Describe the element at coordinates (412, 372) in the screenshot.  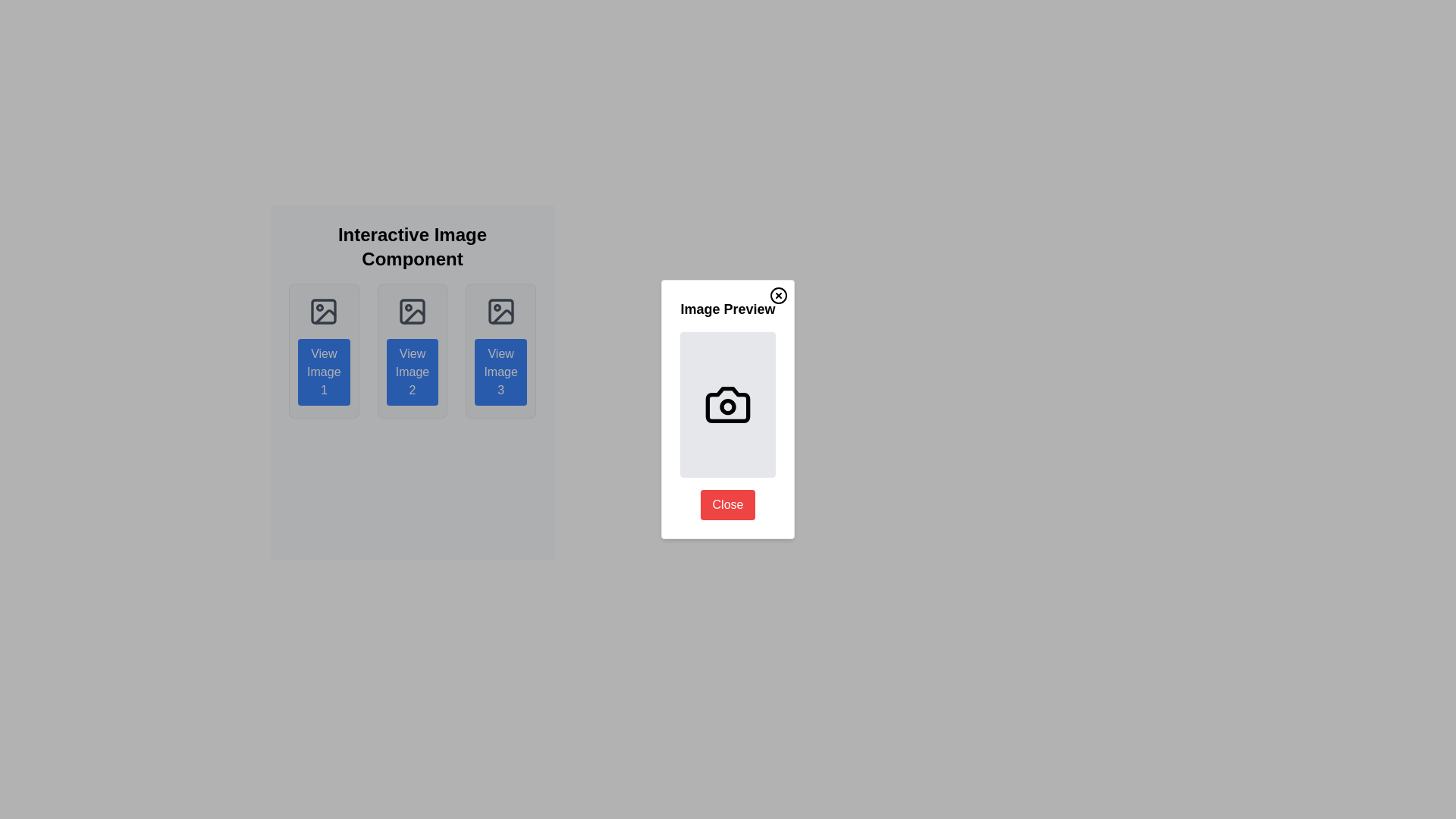
I see `the central button within the card structure that allows the user to preview the associated image, located beneath an icon representing a missing image` at that location.